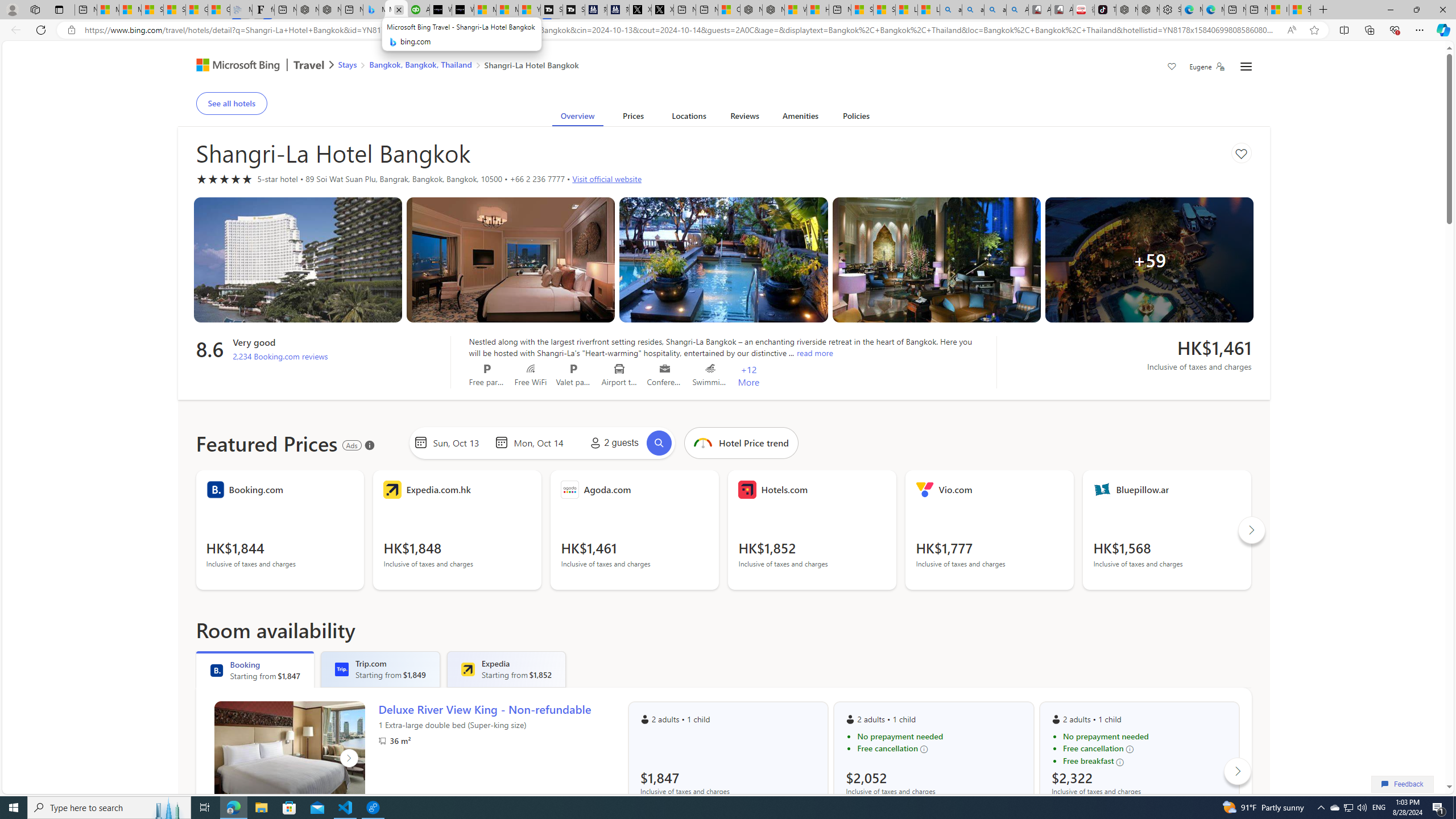 The height and width of the screenshot is (819, 1456). Describe the element at coordinates (231, 102) in the screenshot. I see `'See all hotels'` at that location.